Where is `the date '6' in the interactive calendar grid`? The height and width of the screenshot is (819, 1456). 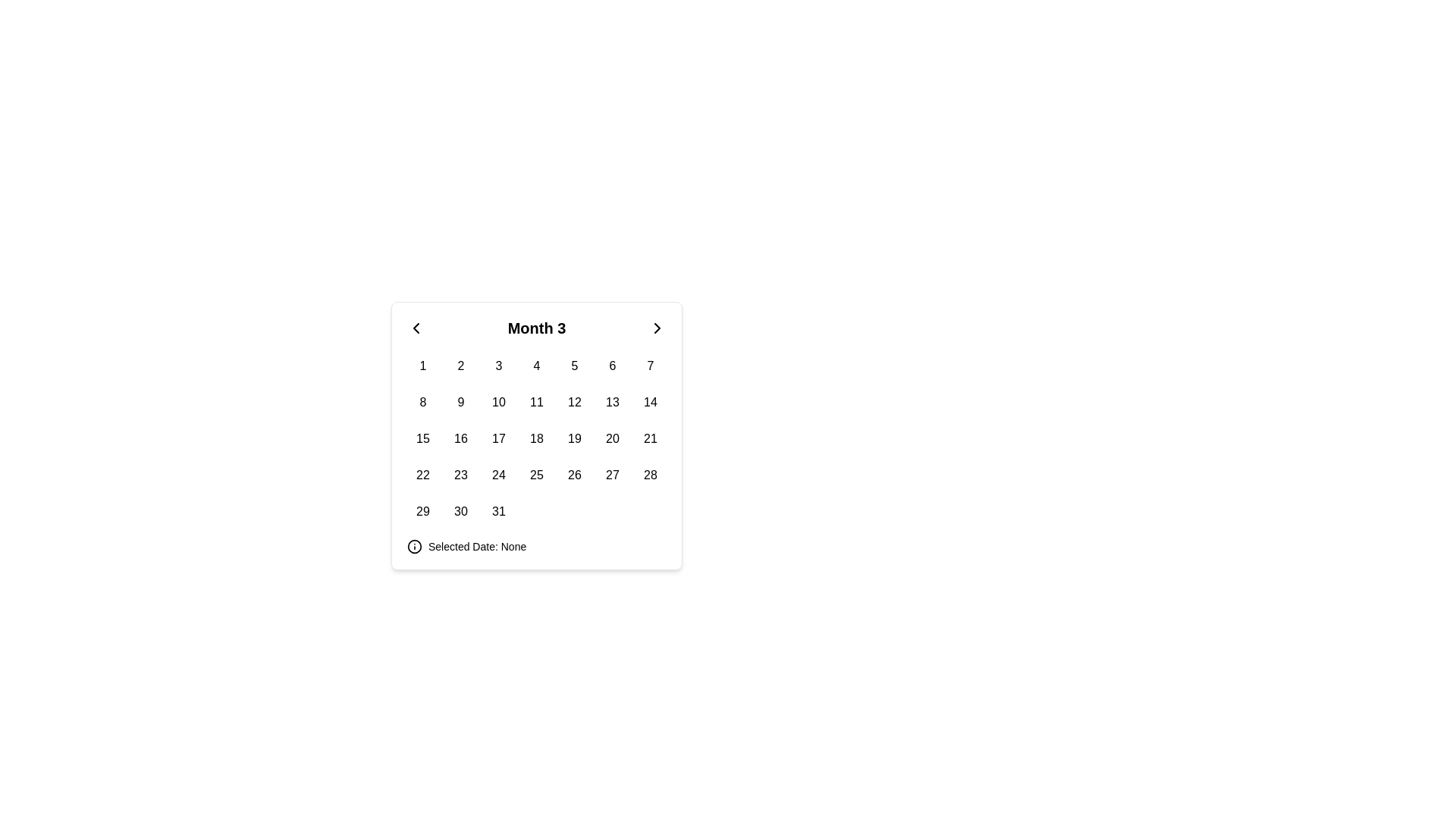 the date '6' in the interactive calendar grid is located at coordinates (612, 366).